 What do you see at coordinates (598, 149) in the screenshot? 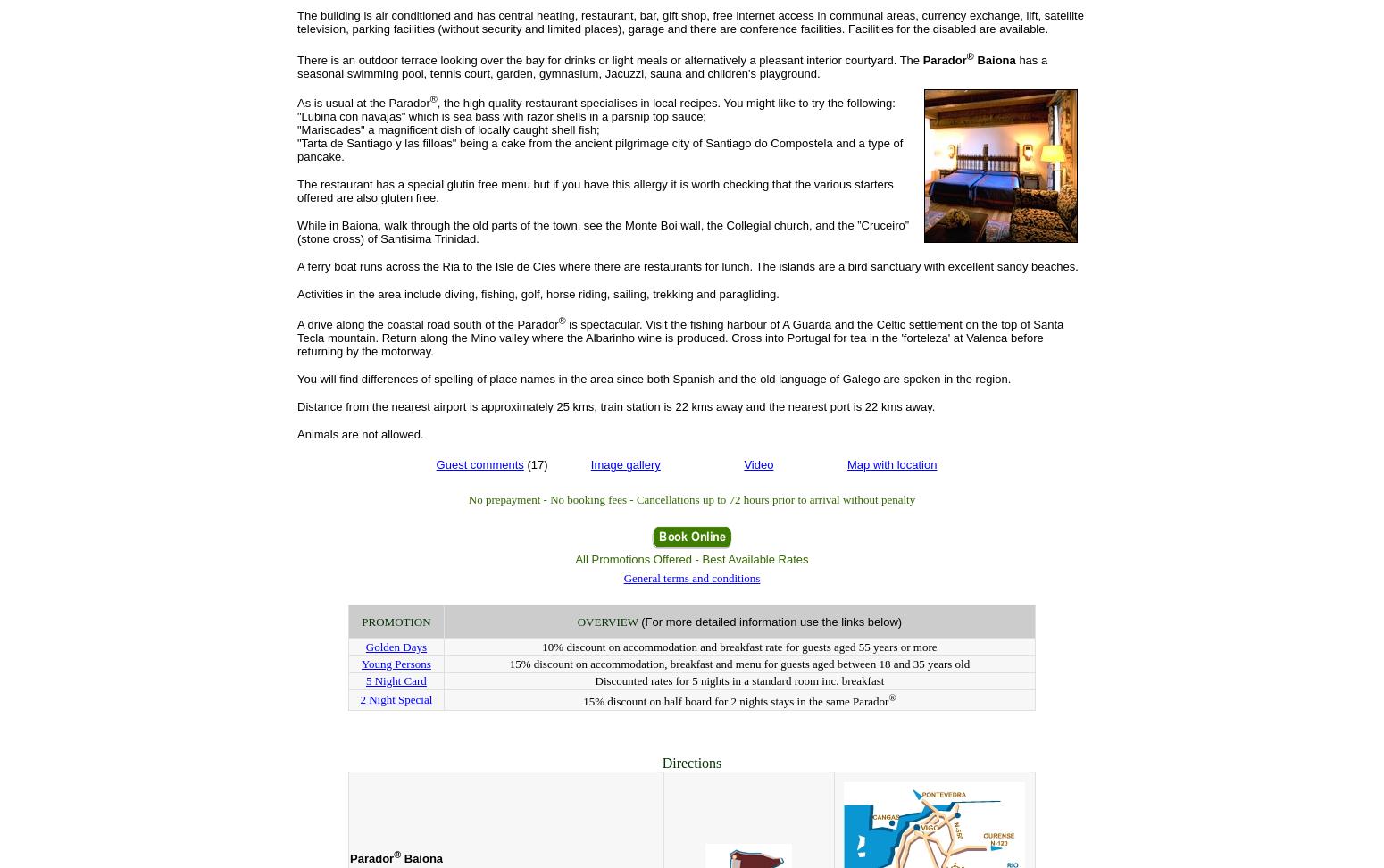
I see `'"Tarta de Santiago y las filloas" being a cake from the ancient pilgrimage
city of Santiago do Compostela and a type of pancake.'` at bounding box center [598, 149].